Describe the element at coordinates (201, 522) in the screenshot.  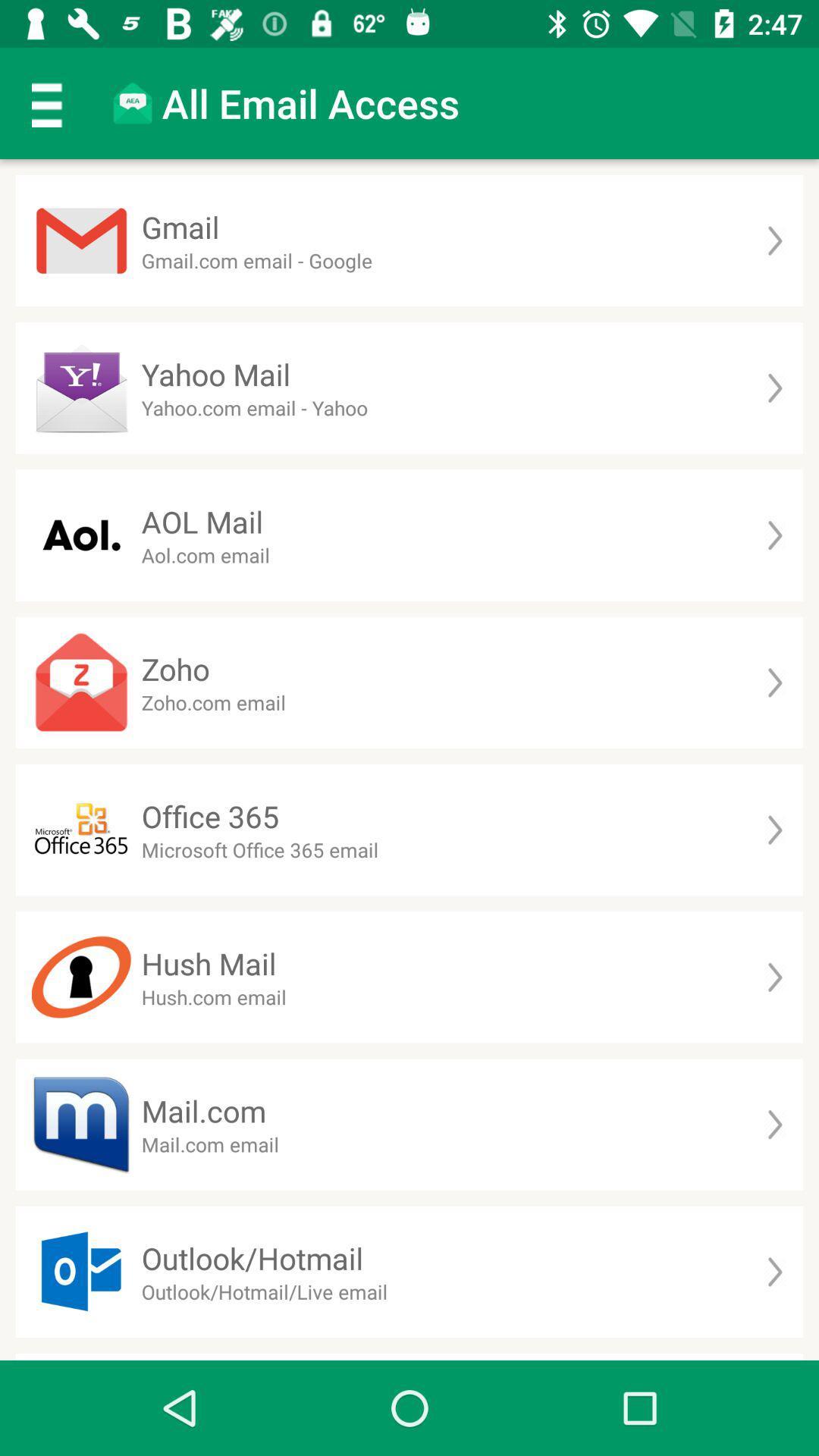
I see `aol mail app` at that location.